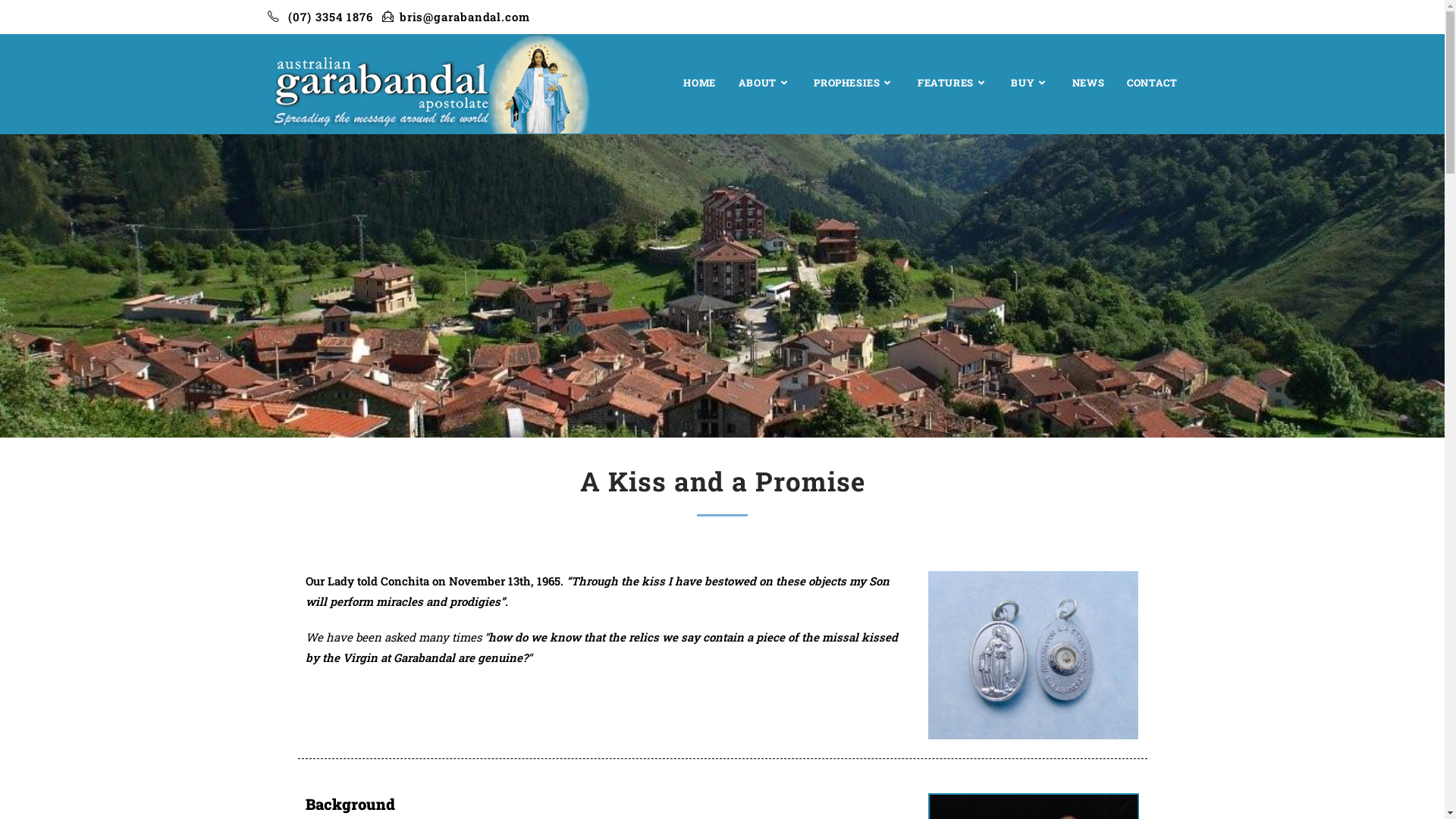 This screenshot has height=819, width=1456. I want to click on 'CONTACT', so click(1151, 82).